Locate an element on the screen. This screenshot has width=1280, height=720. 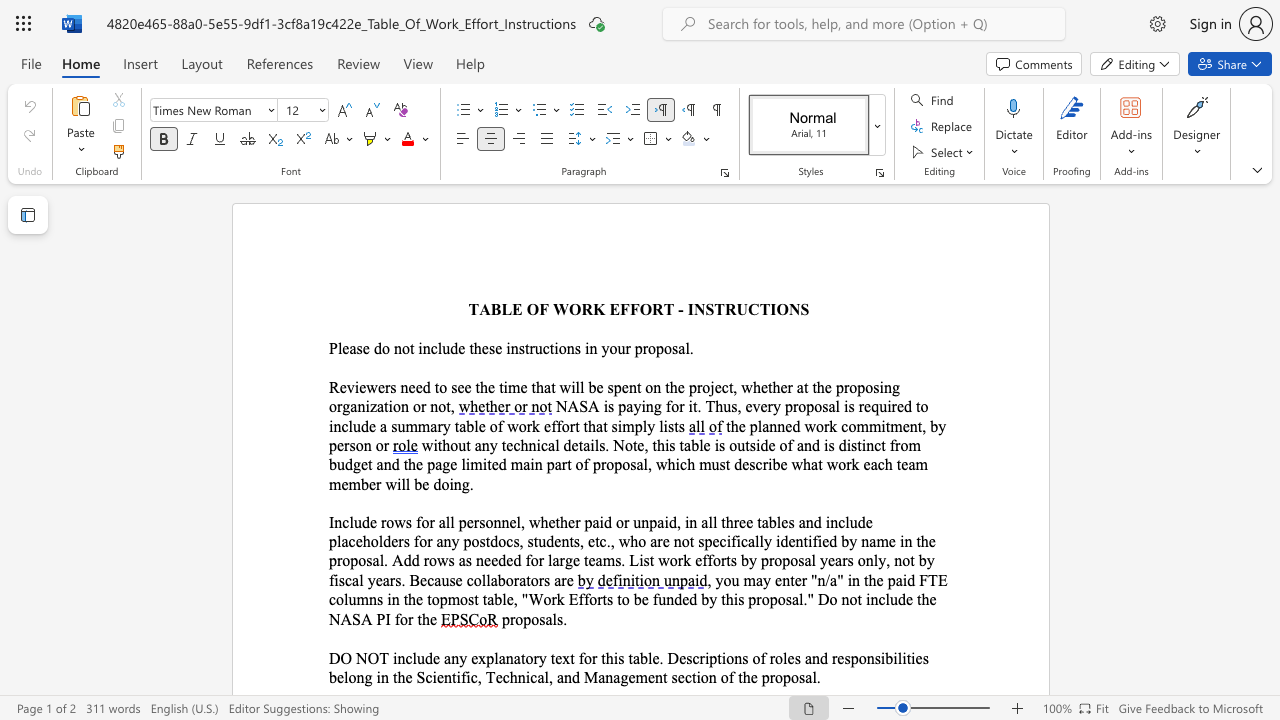
the space between the continuous character "S" and "T" in the text is located at coordinates (714, 309).